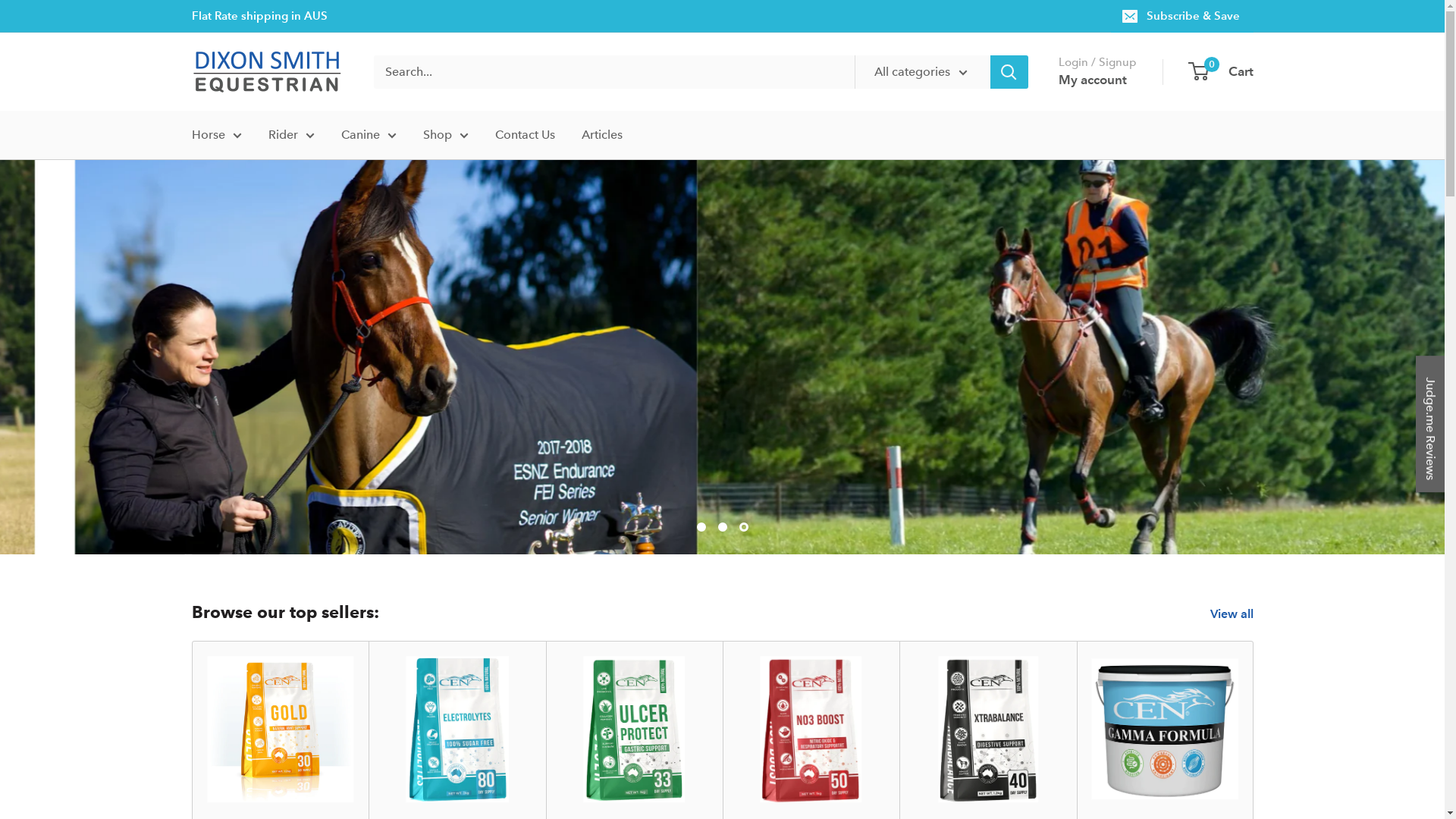  Describe the element at coordinates (266, 71) in the screenshot. I see `'Dixon Smith Equestrian'` at that location.